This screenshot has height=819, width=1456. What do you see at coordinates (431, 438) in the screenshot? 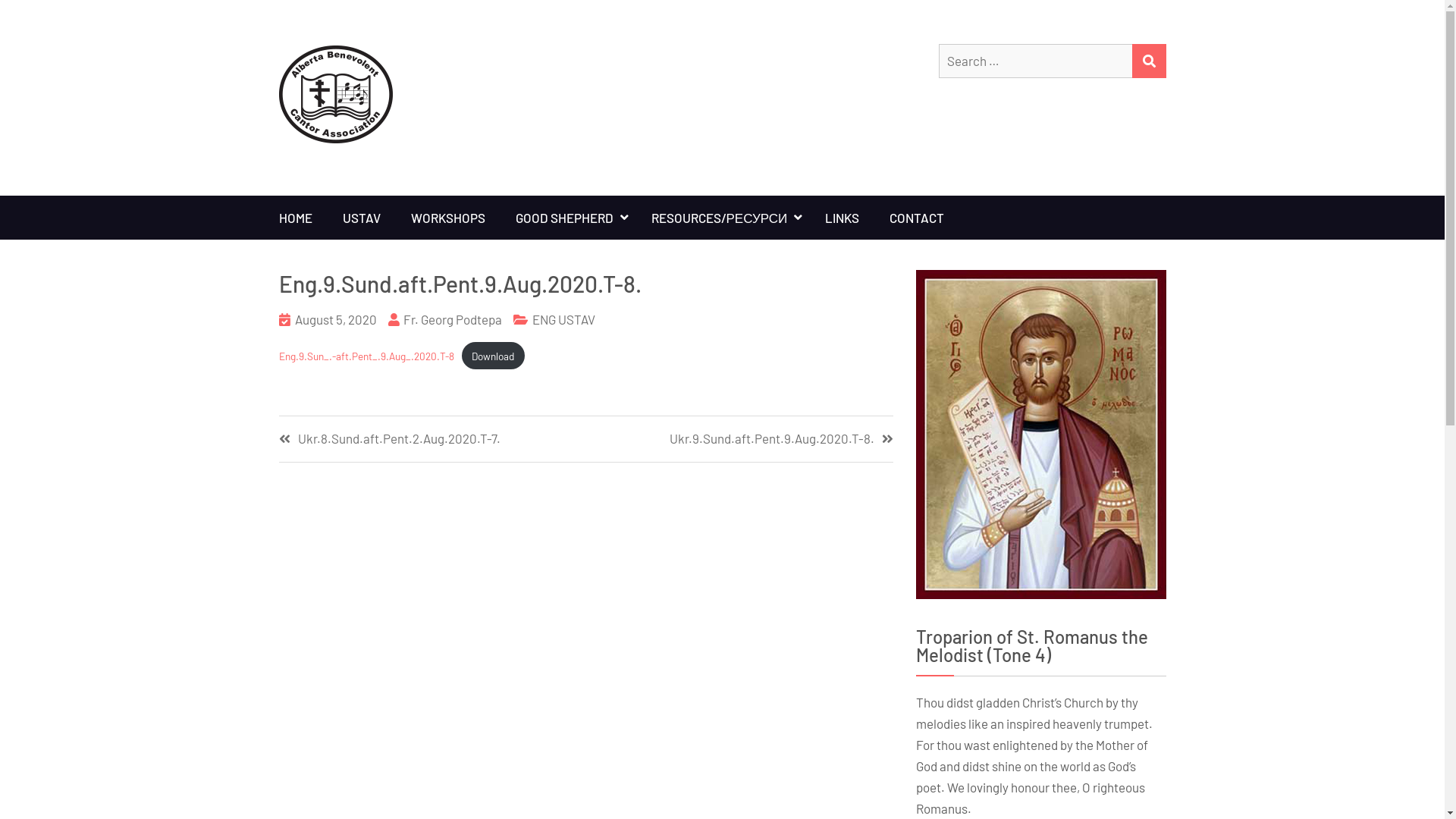
I see `'Ukr.8.Sund.aft.Pent.2.Aug.2020.T-7.'` at bounding box center [431, 438].